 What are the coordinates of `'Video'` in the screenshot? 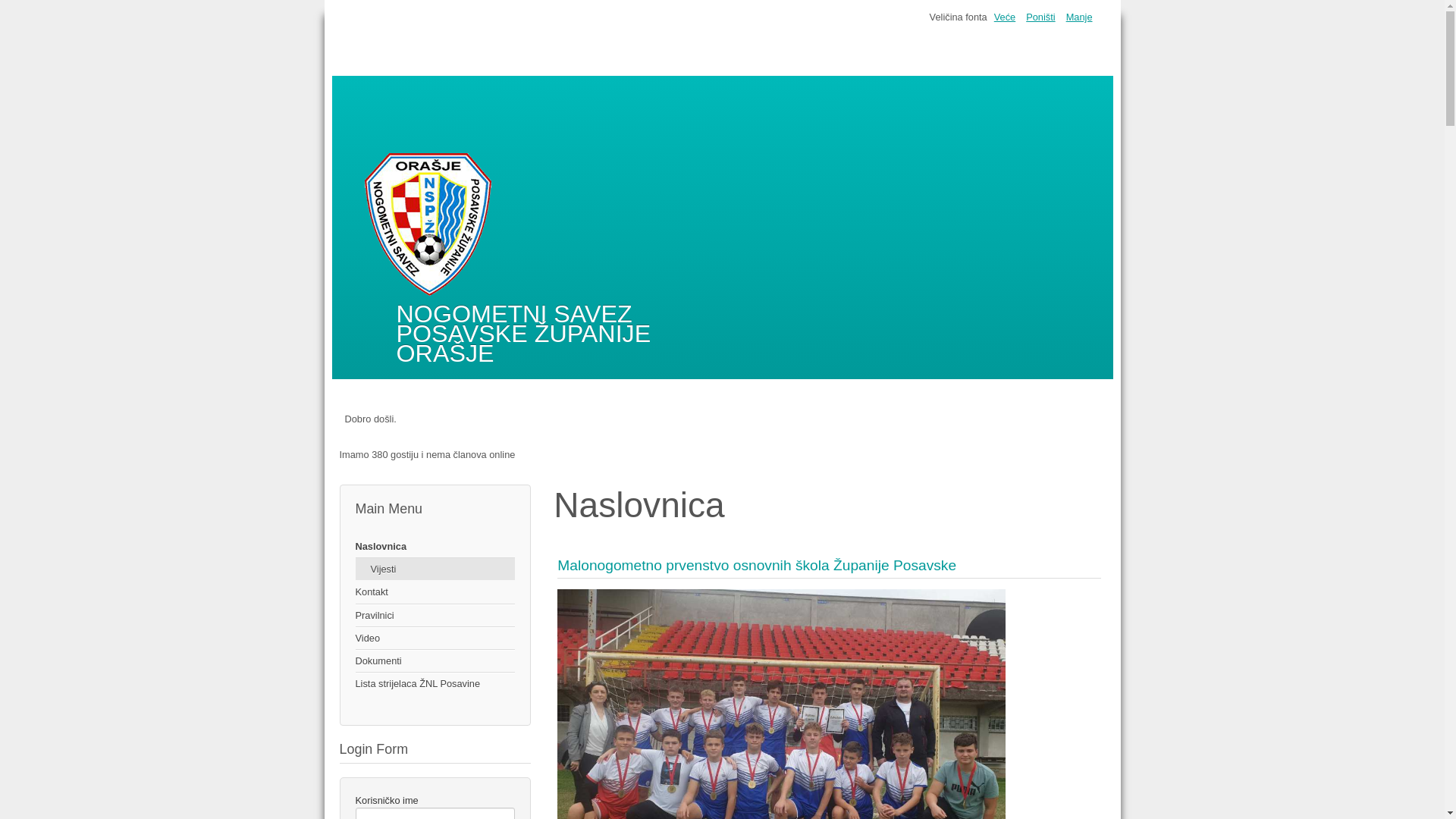 It's located at (434, 638).